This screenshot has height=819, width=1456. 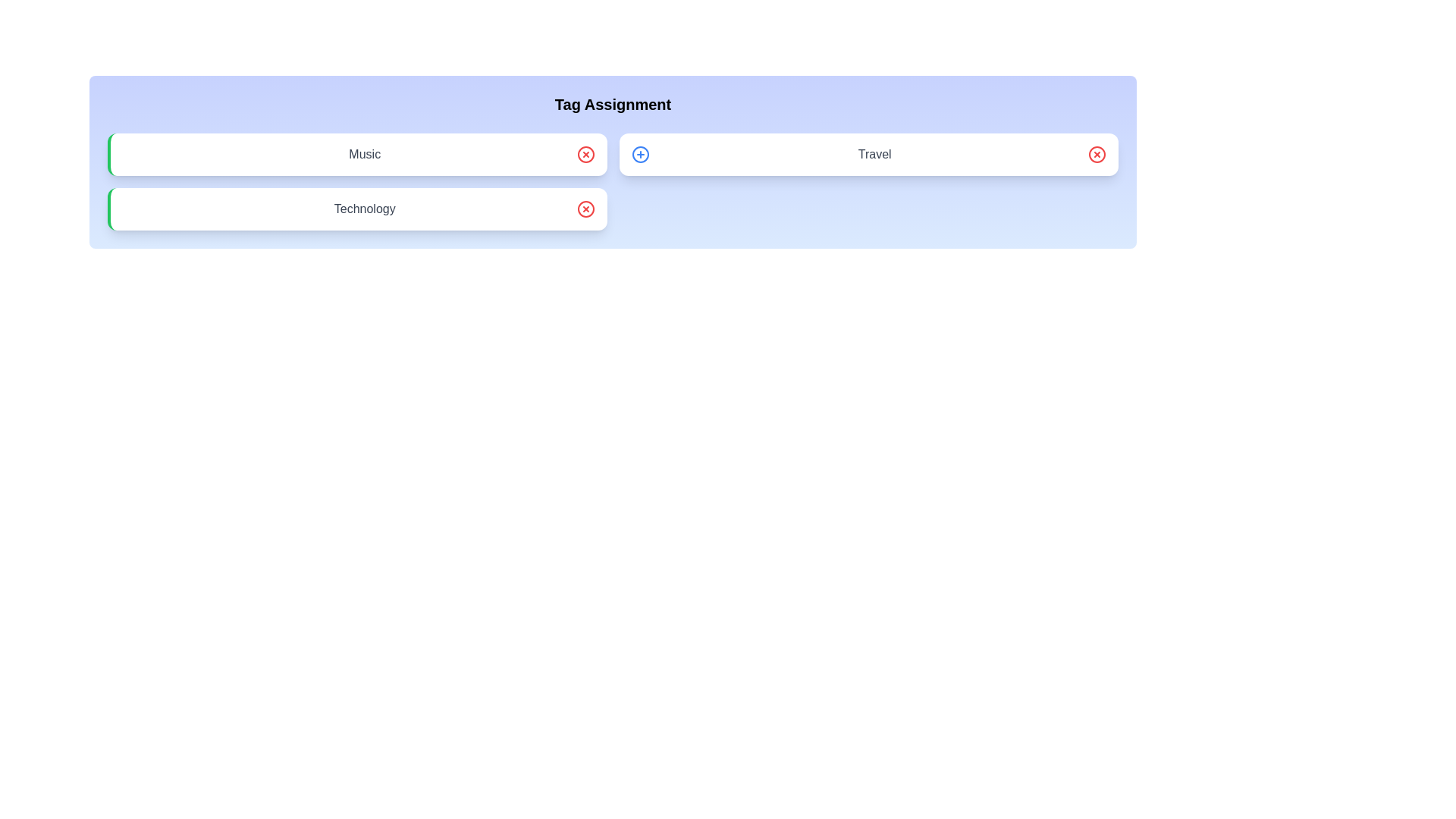 What do you see at coordinates (356, 155) in the screenshot?
I see `the tag labeled 'Music' to observe hover-specific effects` at bounding box center [356, 155].